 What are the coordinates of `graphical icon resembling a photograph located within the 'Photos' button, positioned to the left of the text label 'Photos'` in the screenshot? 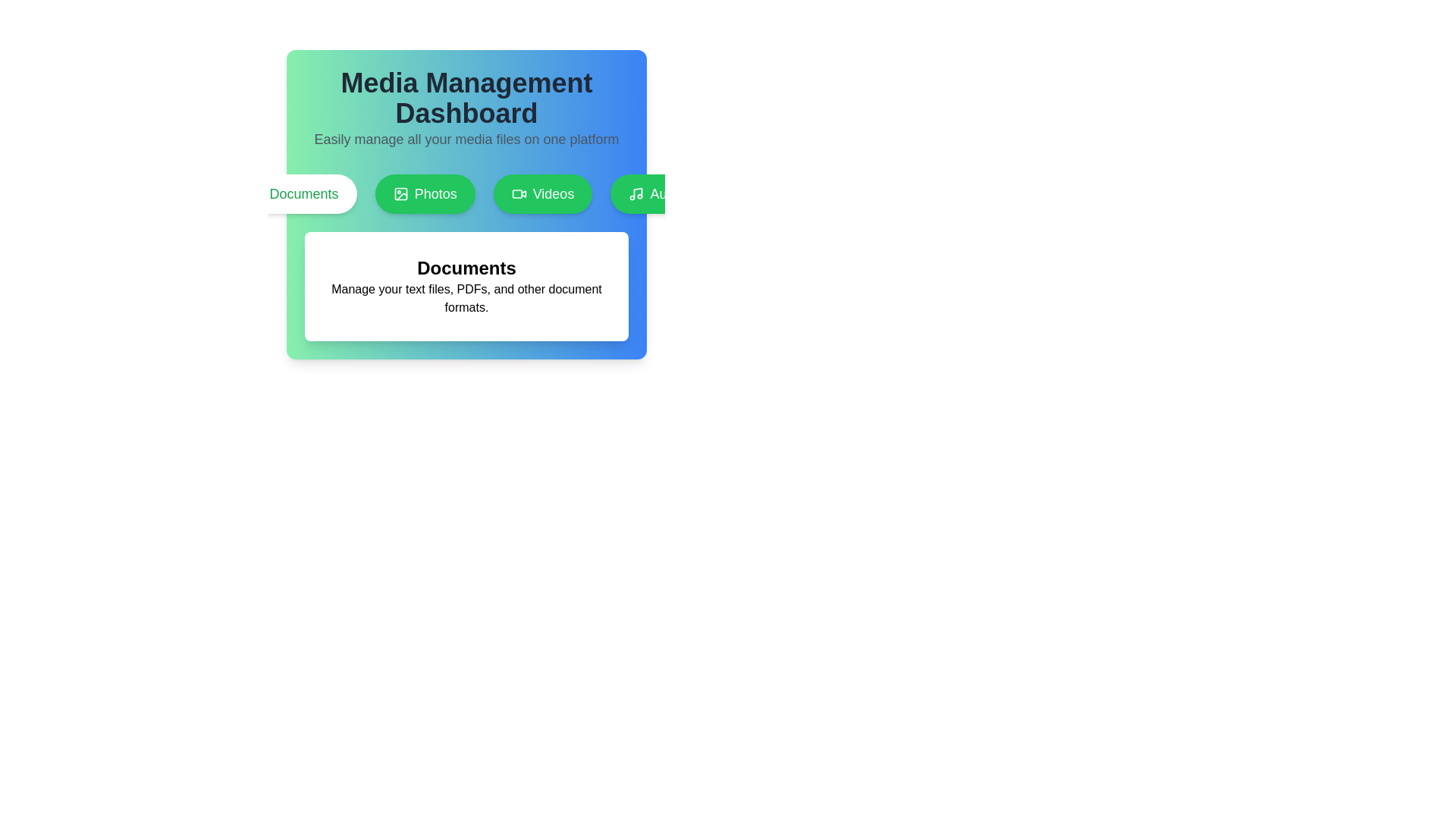 It's located at (400, 193).